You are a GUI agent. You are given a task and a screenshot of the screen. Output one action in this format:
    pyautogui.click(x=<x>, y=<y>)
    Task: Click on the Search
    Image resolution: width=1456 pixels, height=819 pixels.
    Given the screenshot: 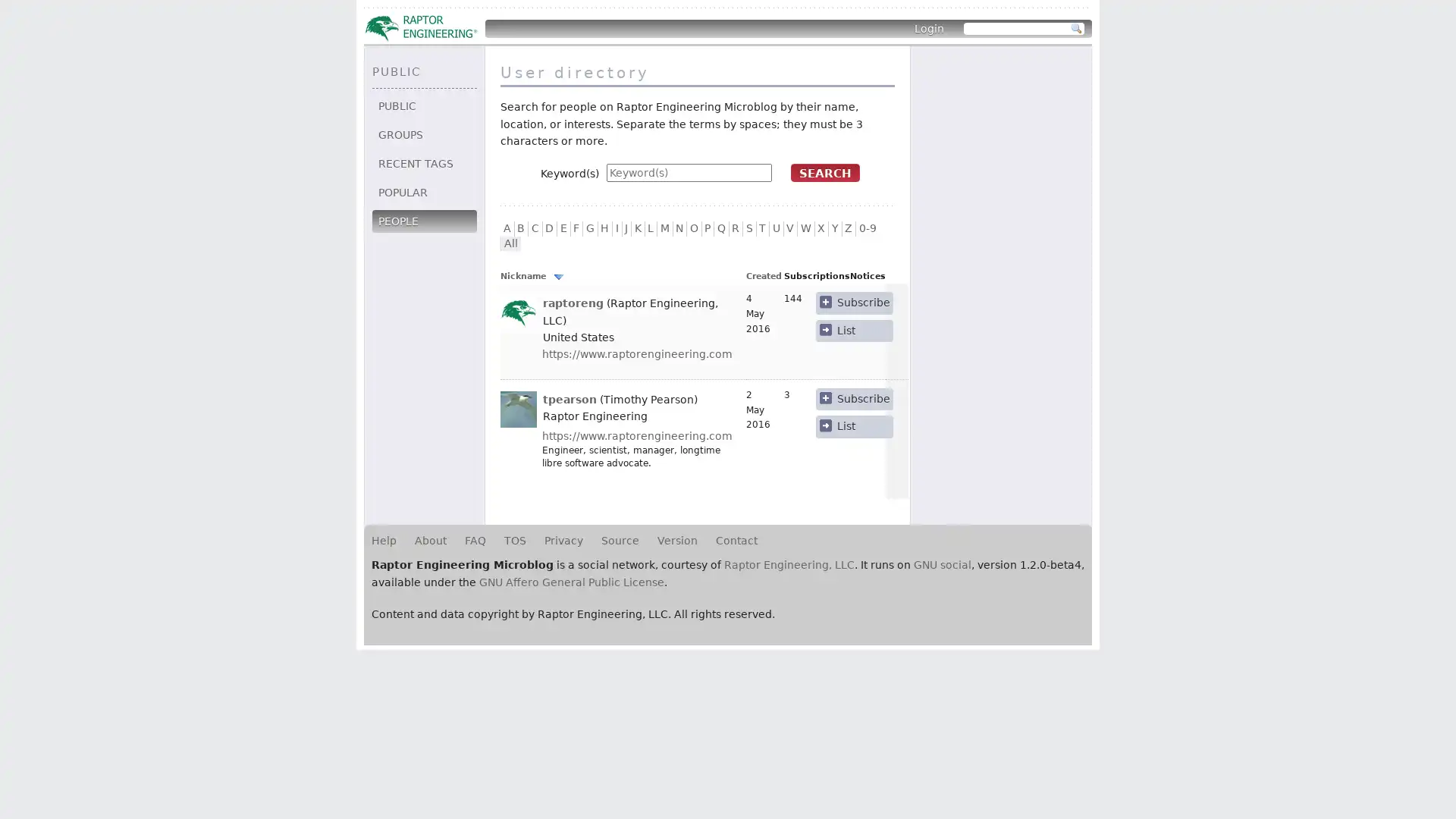 What is the action you would take?
    pyautogui.click(x=1076, y=29)
    